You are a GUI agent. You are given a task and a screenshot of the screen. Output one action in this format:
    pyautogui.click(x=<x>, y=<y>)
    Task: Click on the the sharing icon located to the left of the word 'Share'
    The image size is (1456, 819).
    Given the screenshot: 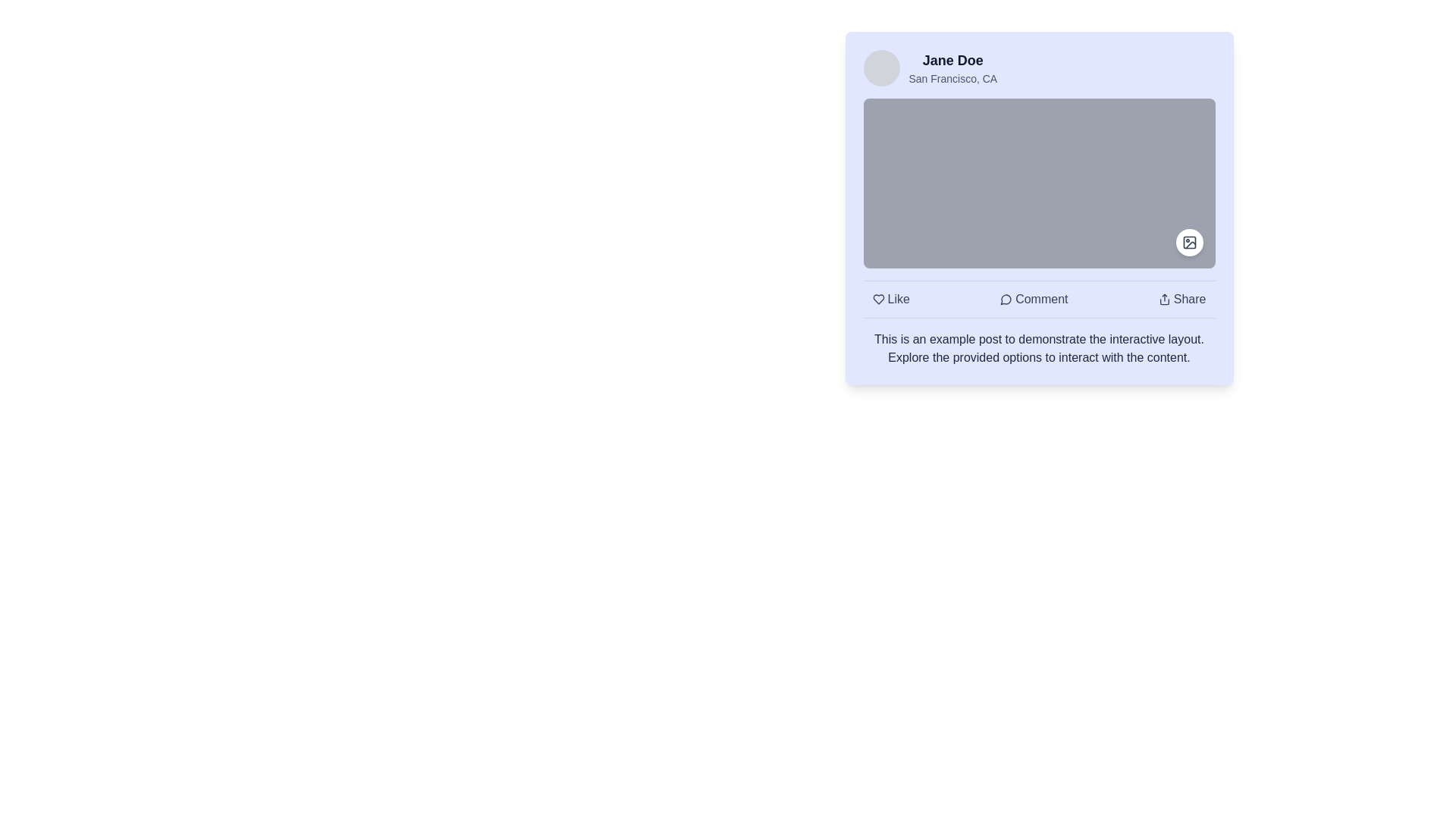 What is the action you would take?
    pyautogui.click(x=1163, y=299)
    